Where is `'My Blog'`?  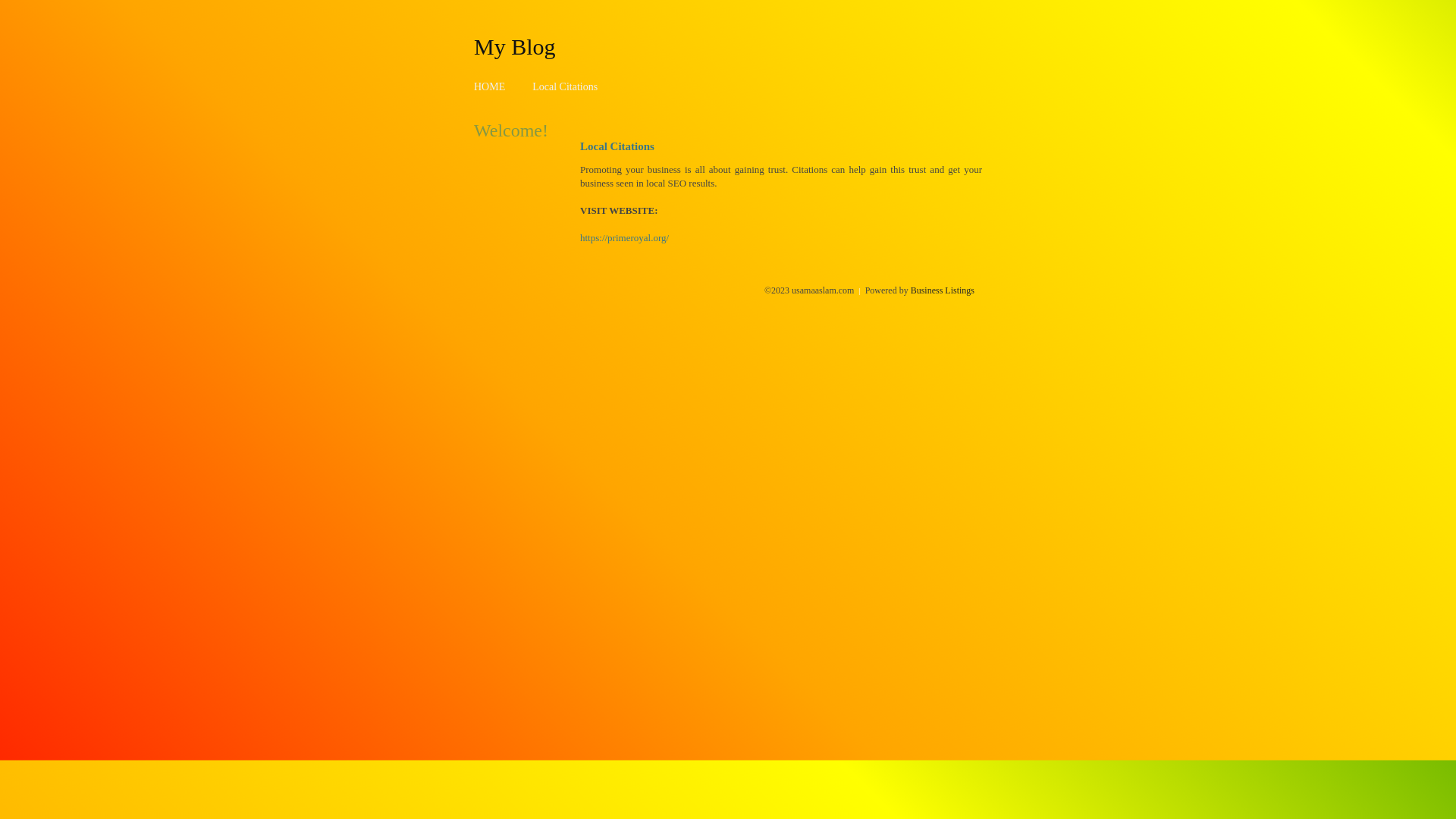
'My Blog' is located at coordinates (514, 45).